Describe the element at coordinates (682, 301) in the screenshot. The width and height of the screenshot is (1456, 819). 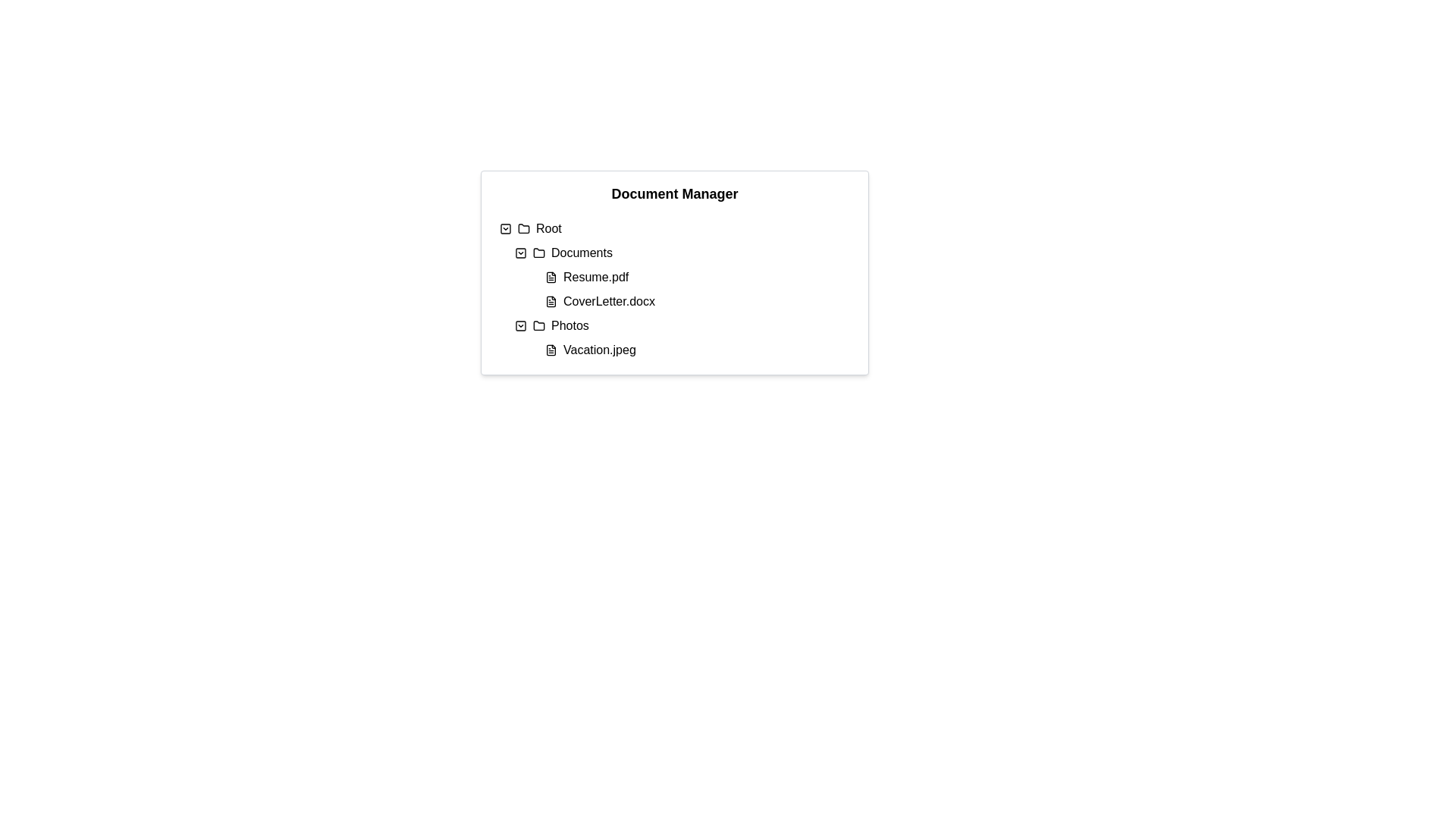
I see `the file entry labeled 'CoverLetter.docx' in the Documents section` at that location.